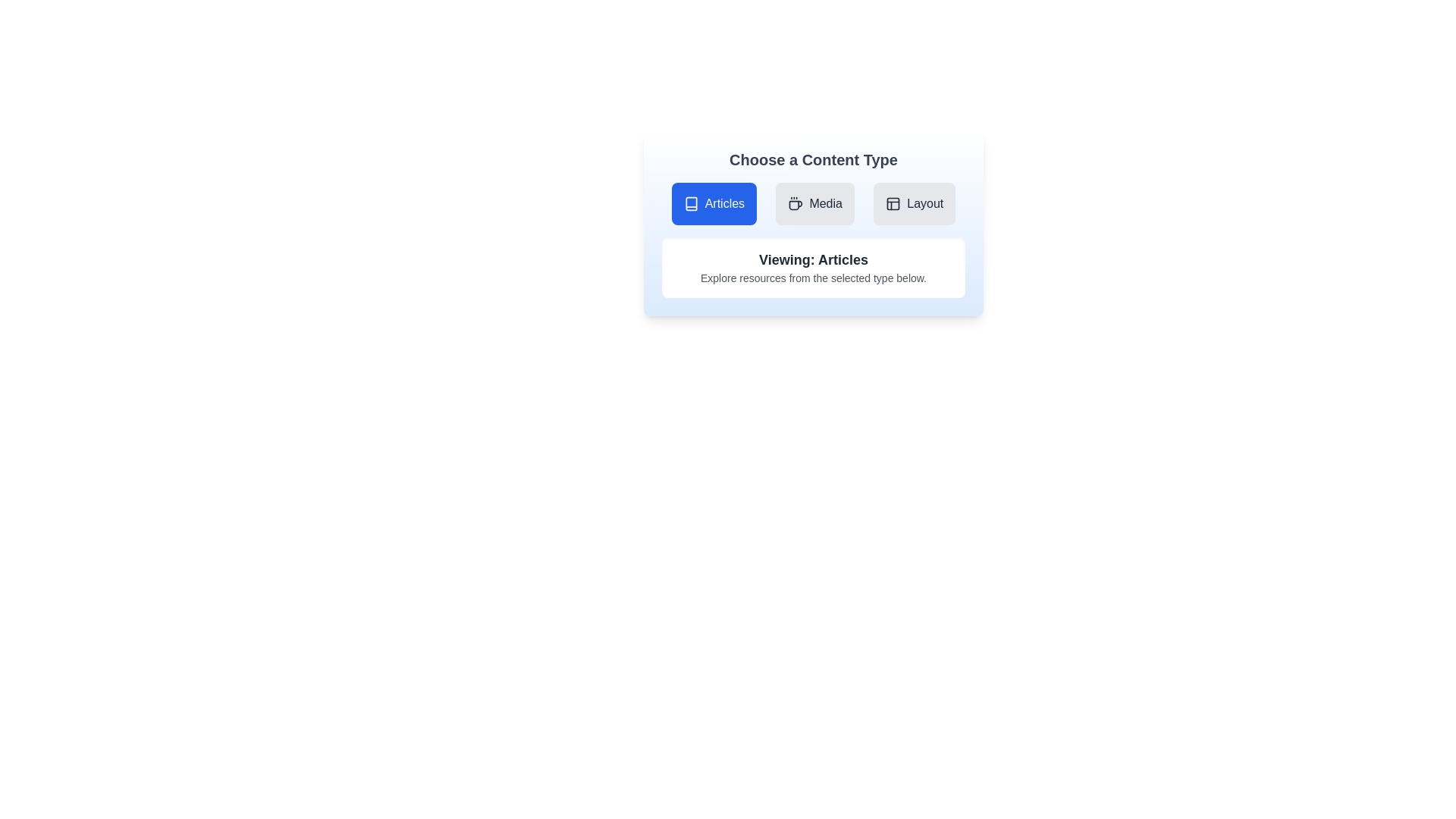 This screenshot has height=819, width=1456. What do you see at coordinates (690, 203) in the screenshot?
I see `the small book icon within the blue rounded rectangle labeled 'Articles', located in the top-left corner of the 'Articles' button in the 'Choose a Content Type' section` at bounding box center [690, 203].